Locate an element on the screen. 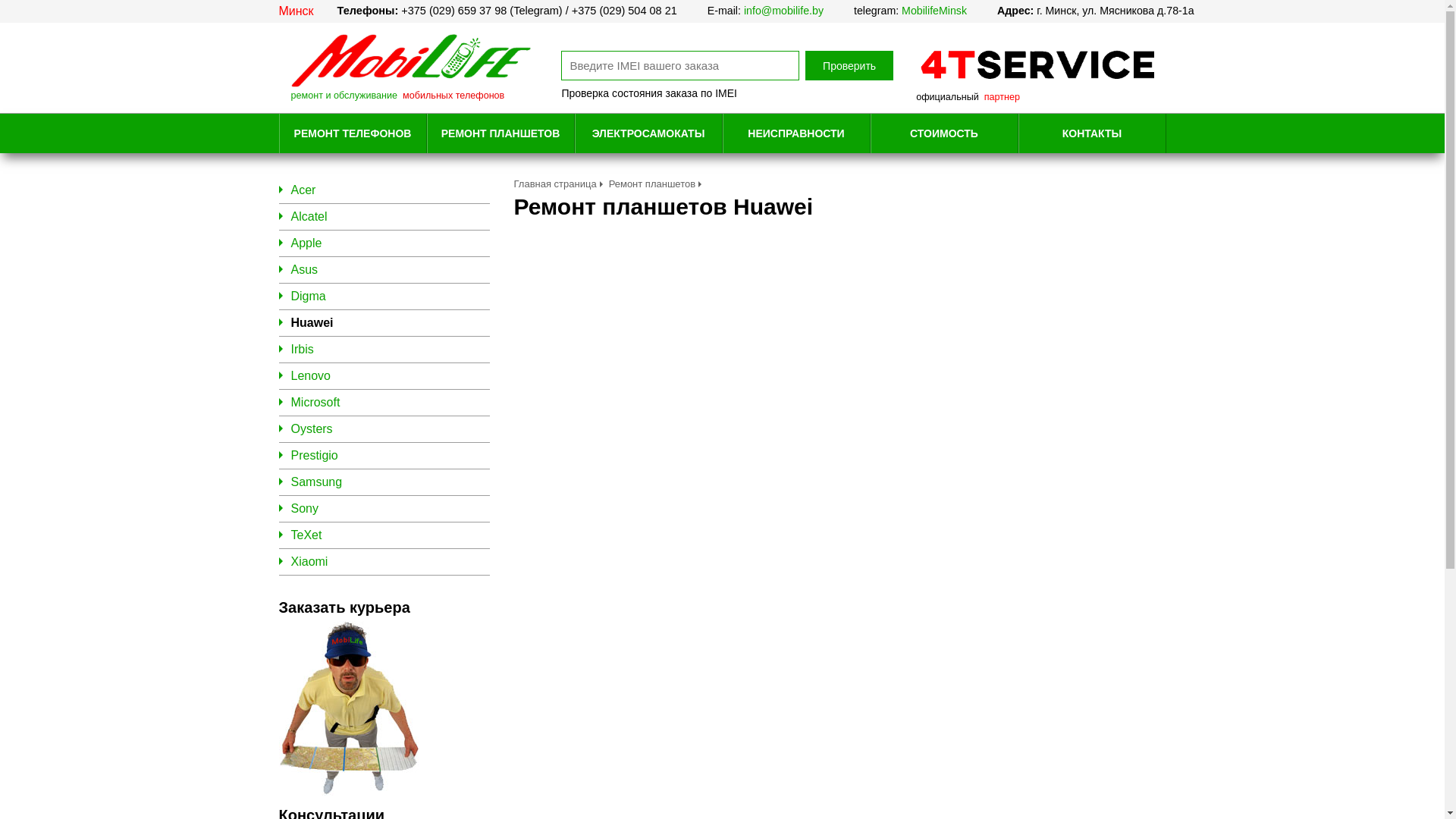 The image size is (1456, 819). 'Sony' is located at coordinates (304, 508).